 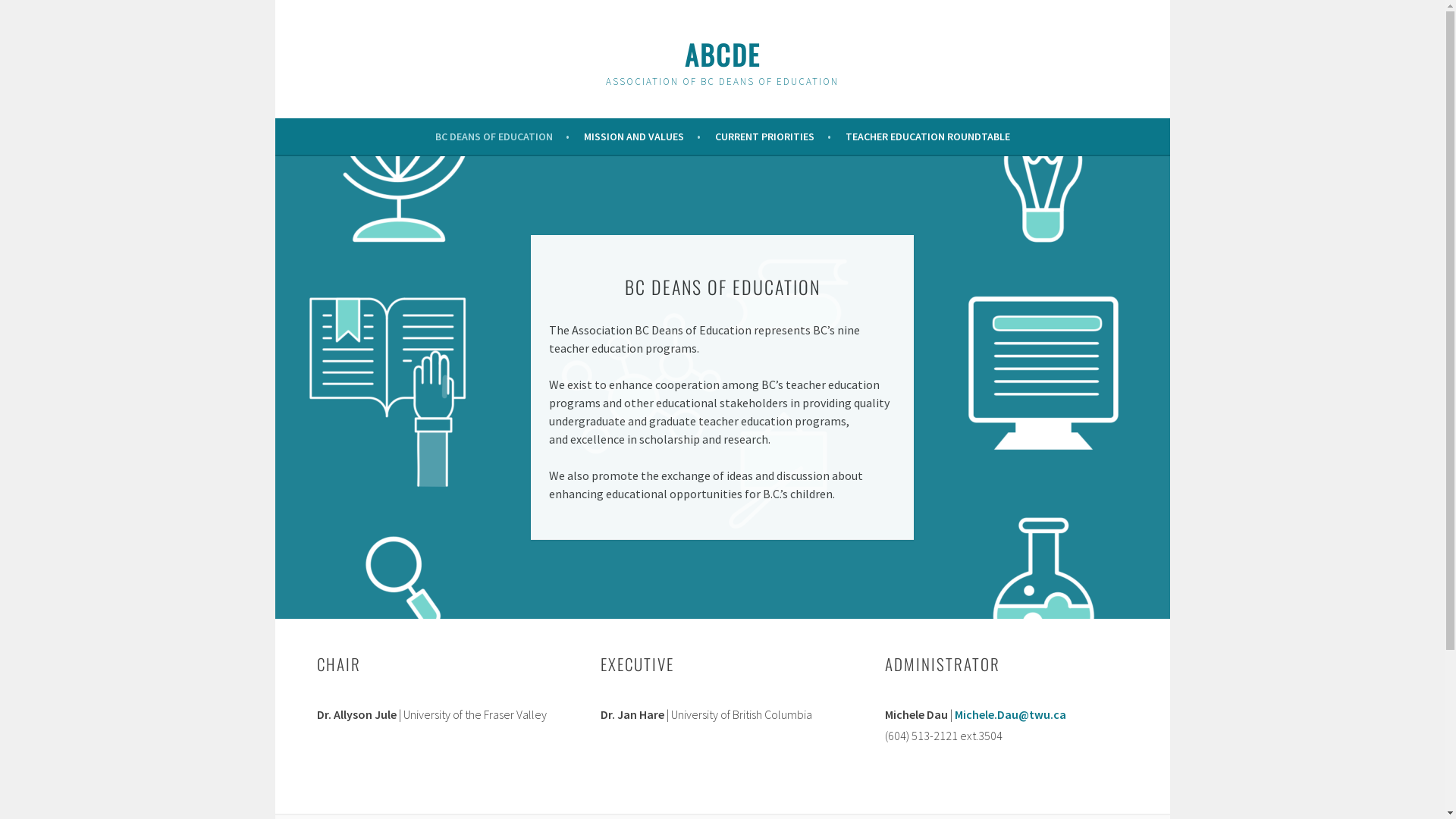 What do you see at coordinates (1009, 714) in the screenshot?
I see `'Michele.Dau@twu.ca'` at bounding box center [1009, 714].